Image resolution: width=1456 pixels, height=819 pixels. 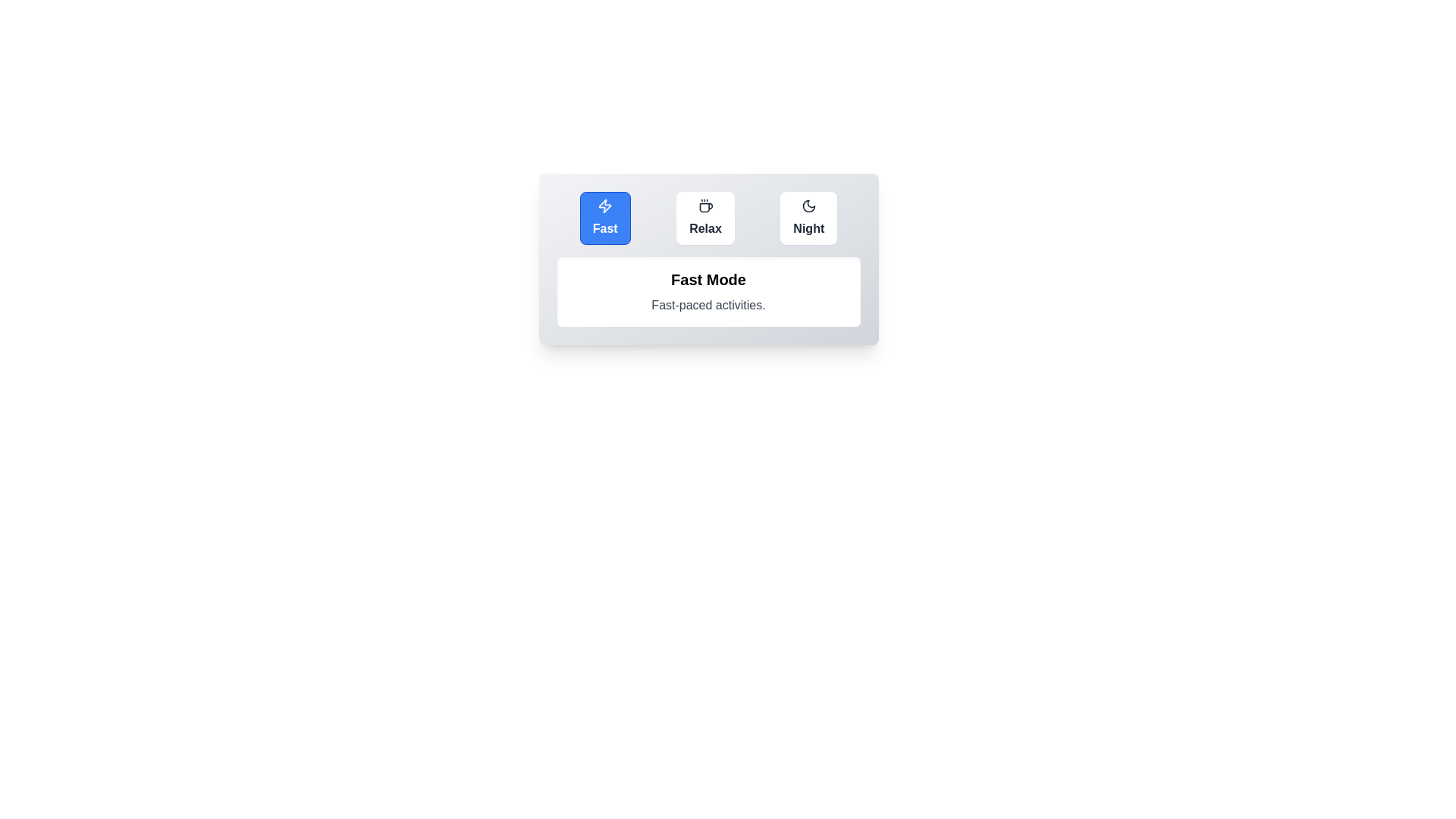 What do you see at coordinates (808, 206) in the screenshot?
I see `the 'Night' mode icon, which is the third option in the mode selection interface` at bounding box center [808, 206].